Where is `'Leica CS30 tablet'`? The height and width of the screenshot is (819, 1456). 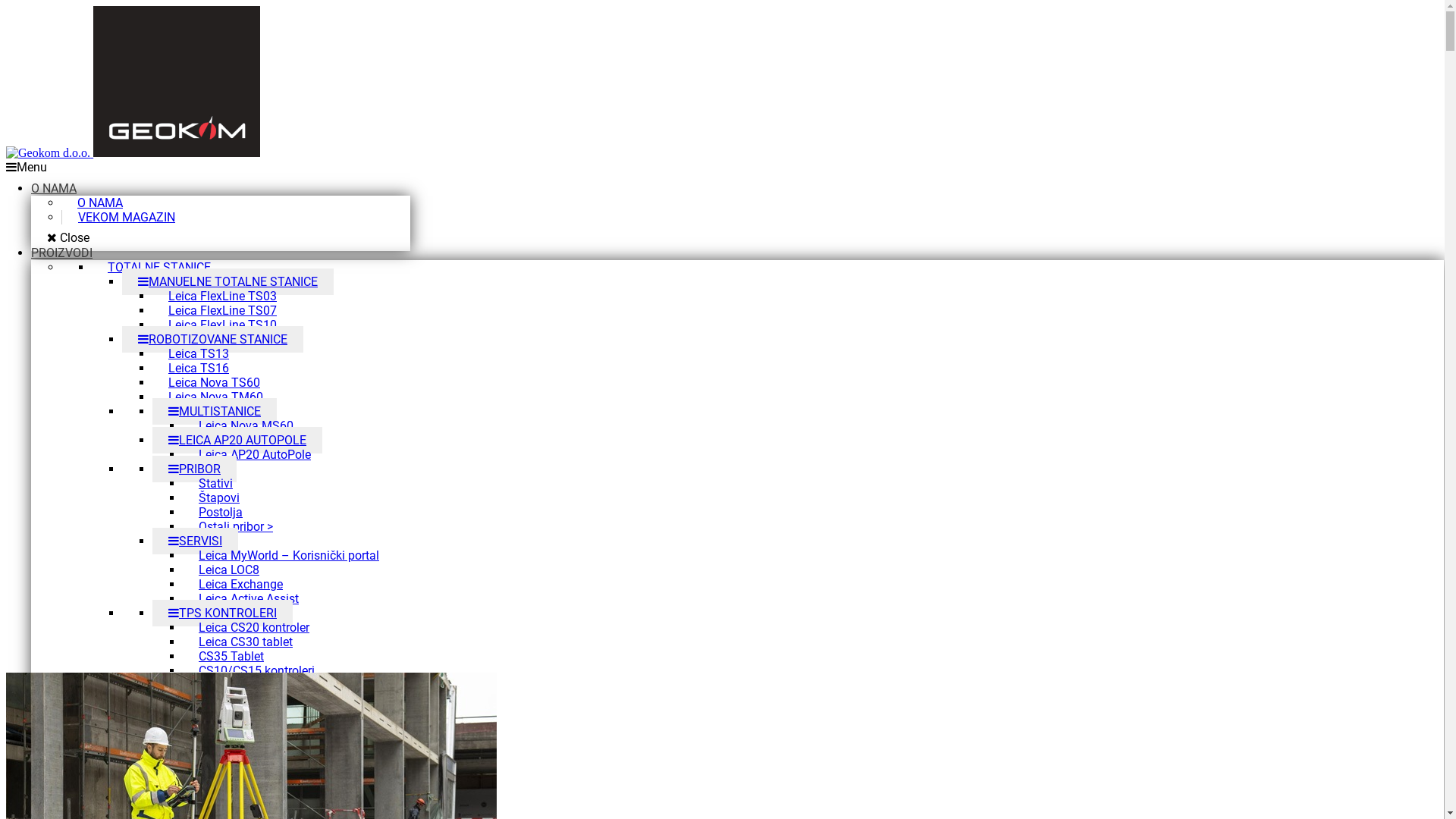
'Leica CS30 tablet' is located at coordinates (246, 642).